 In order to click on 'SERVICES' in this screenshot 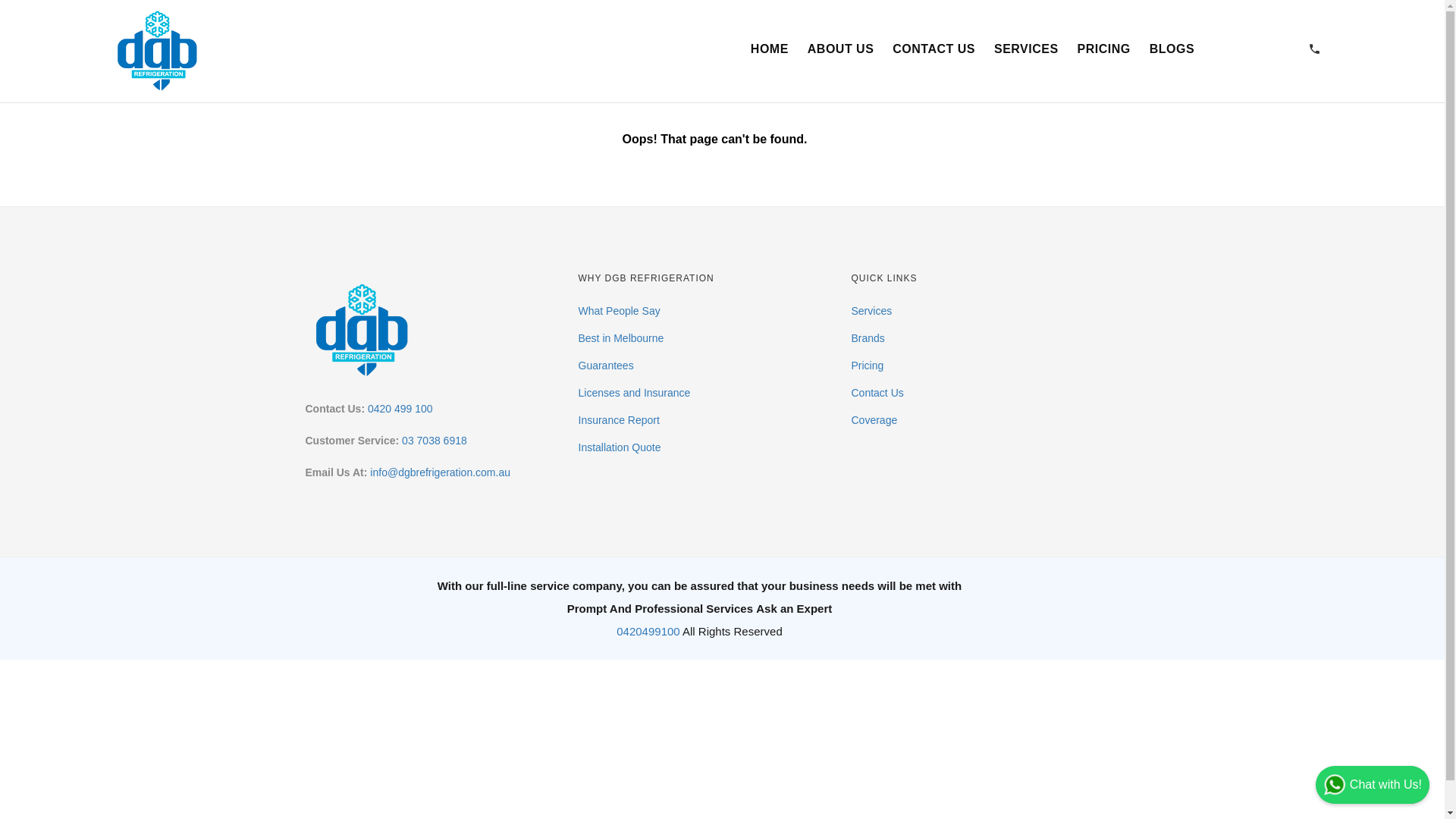, I will do `click(1026, 49)`.